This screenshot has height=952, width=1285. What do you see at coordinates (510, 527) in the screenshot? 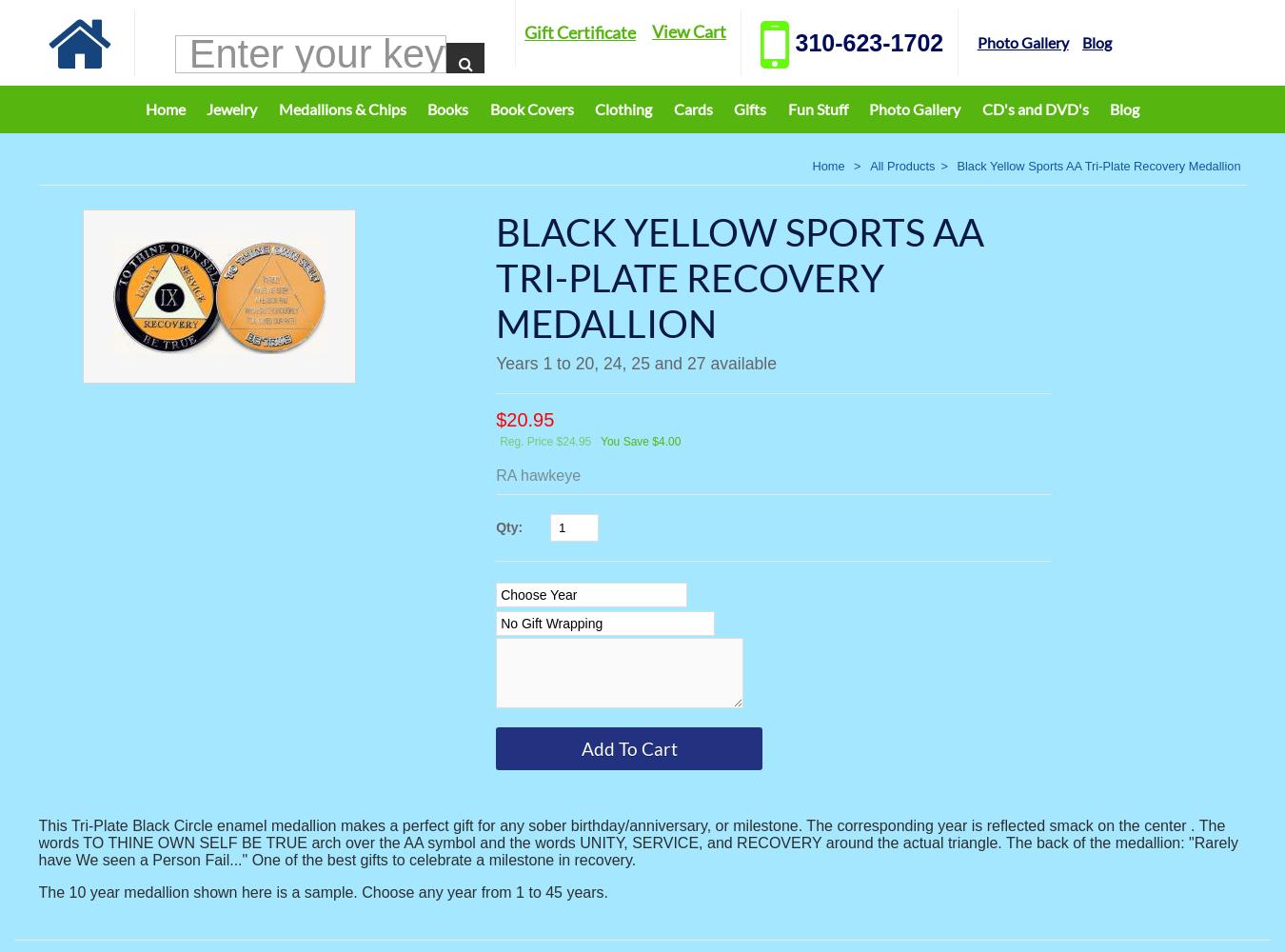
I see `'Qty:'` at bounding box center [510, 527].